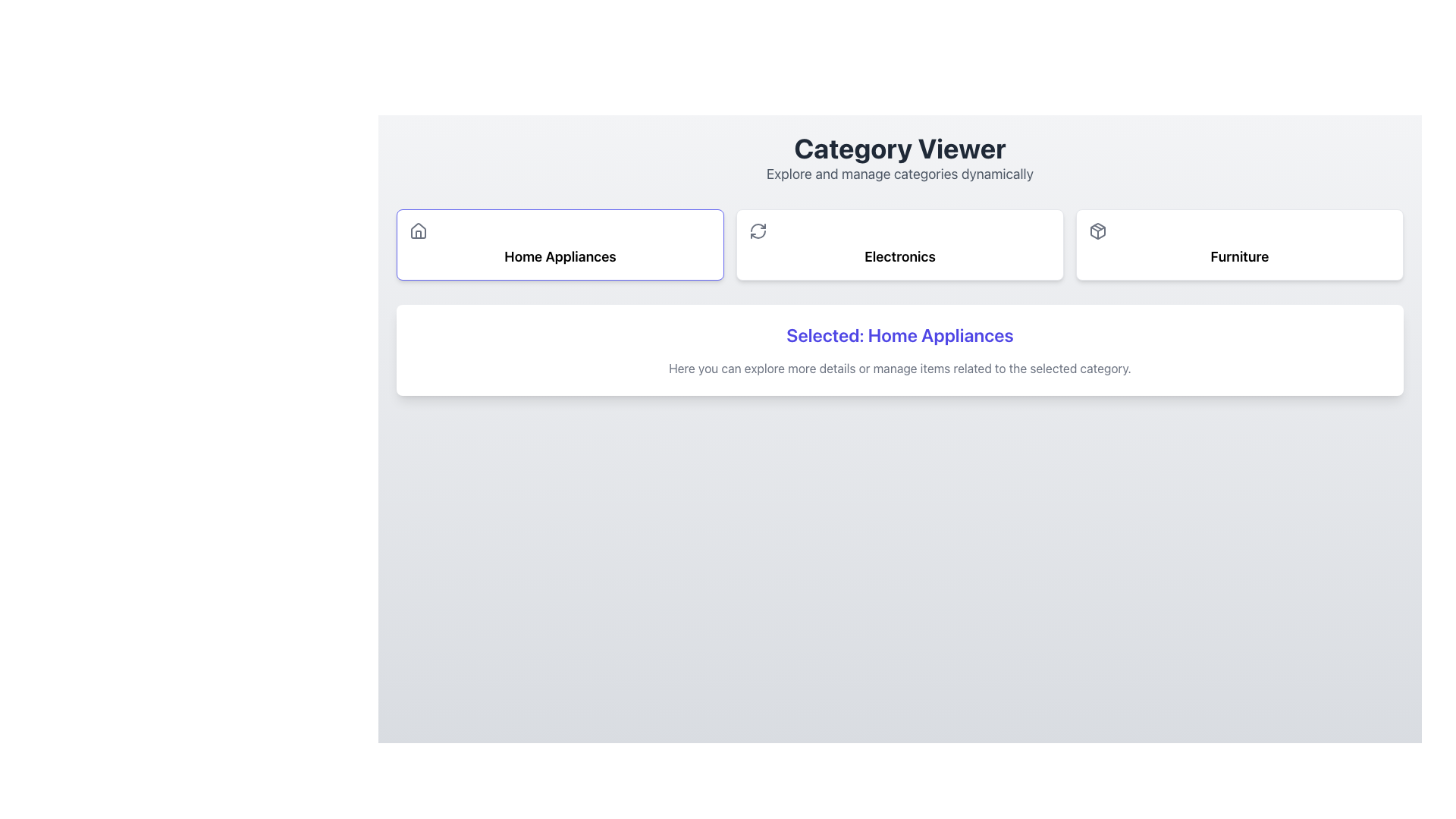  Describe the element at coordinates (560, 244) in the screenshot. I see `the 'Home Appliances' button, which is the first button in a group of three` at that location.